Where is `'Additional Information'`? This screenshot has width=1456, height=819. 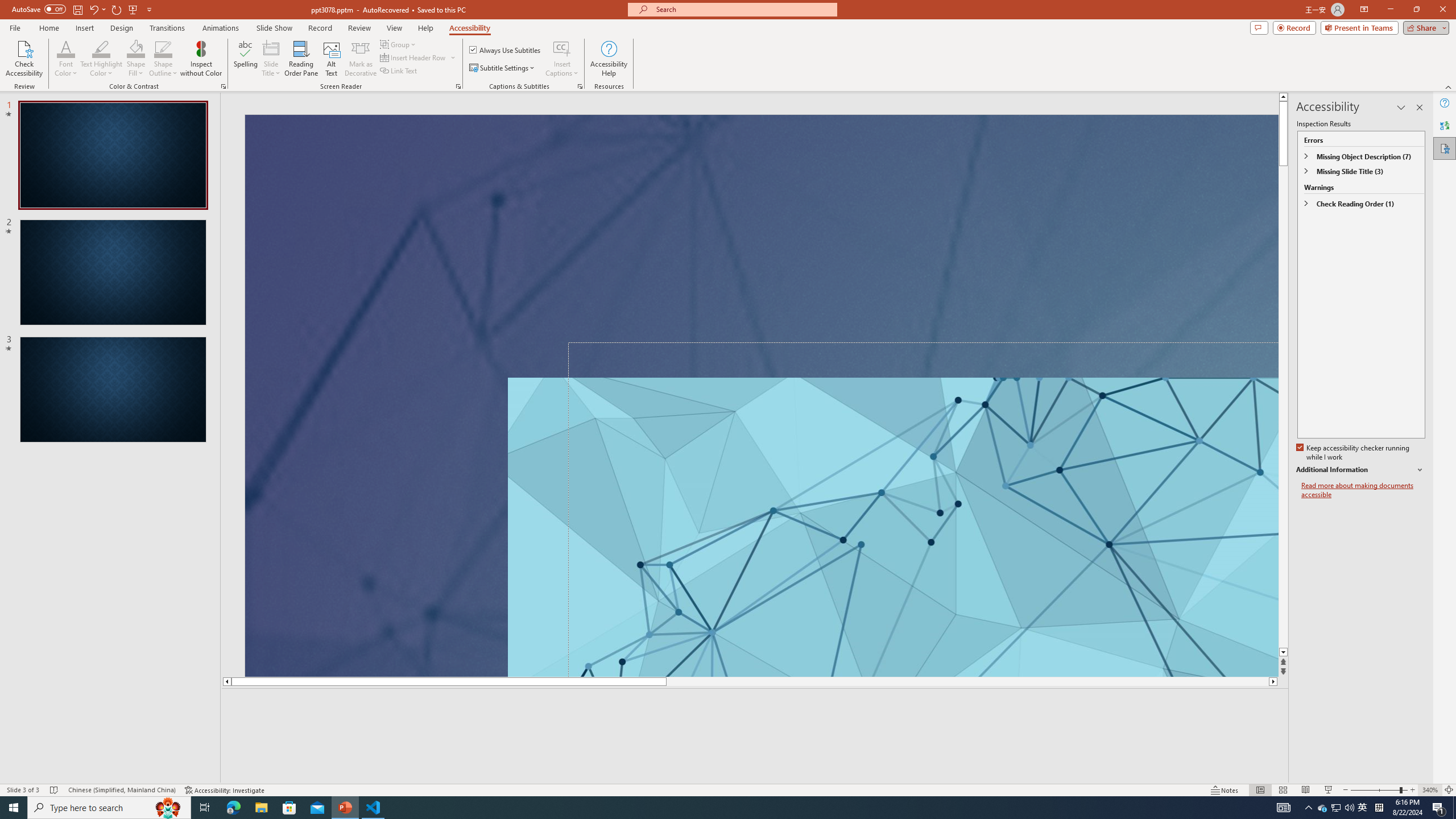
'Additional Information' is located at coordinates (1360, 470).